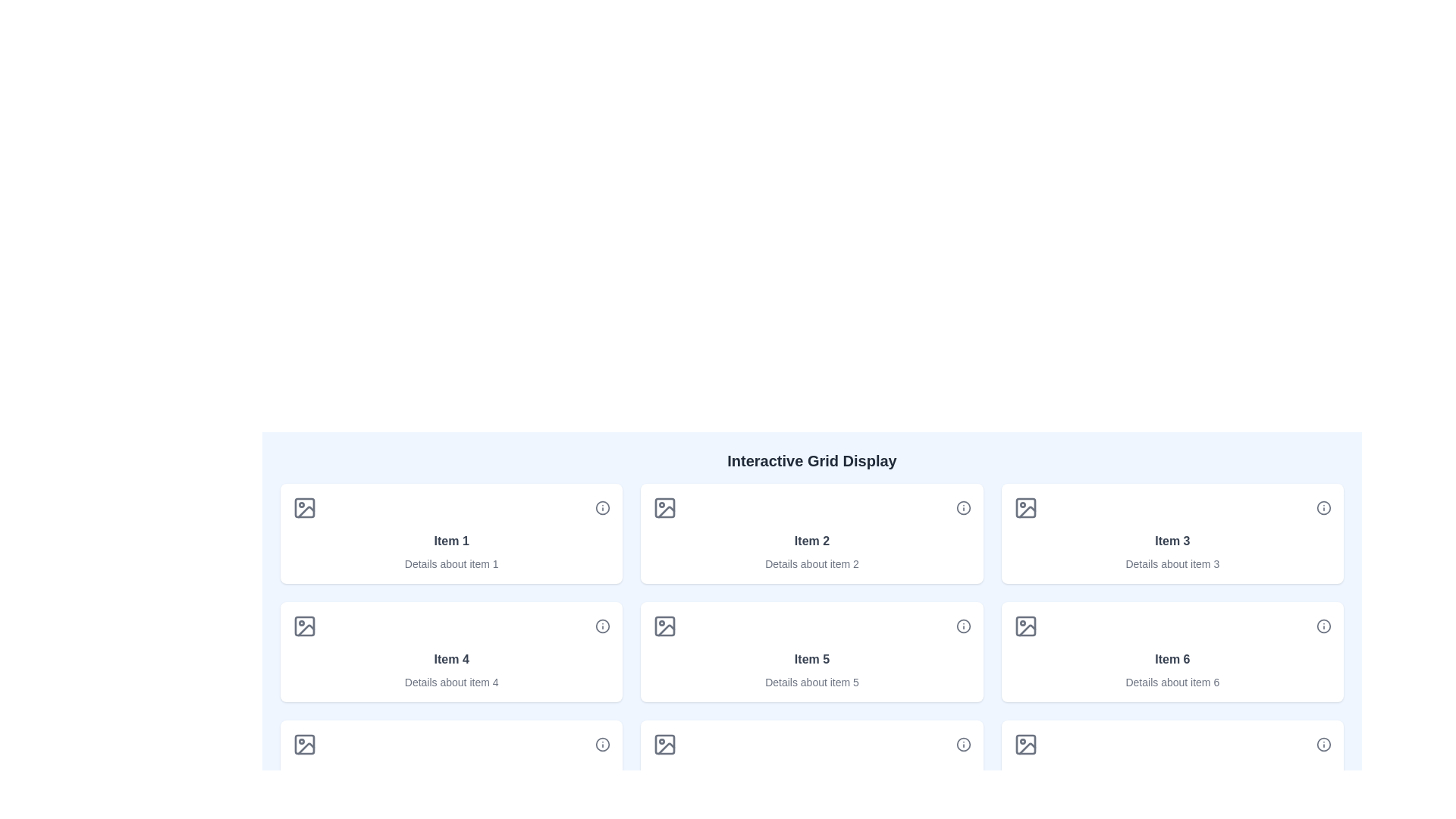  Describe the element at coordinates (811, 564) in the screenshot. I see `text label providing supplementary information about 'Item 2', located directly below the bold title in the second column of the top row of a 3x2 grid layout` at that location.